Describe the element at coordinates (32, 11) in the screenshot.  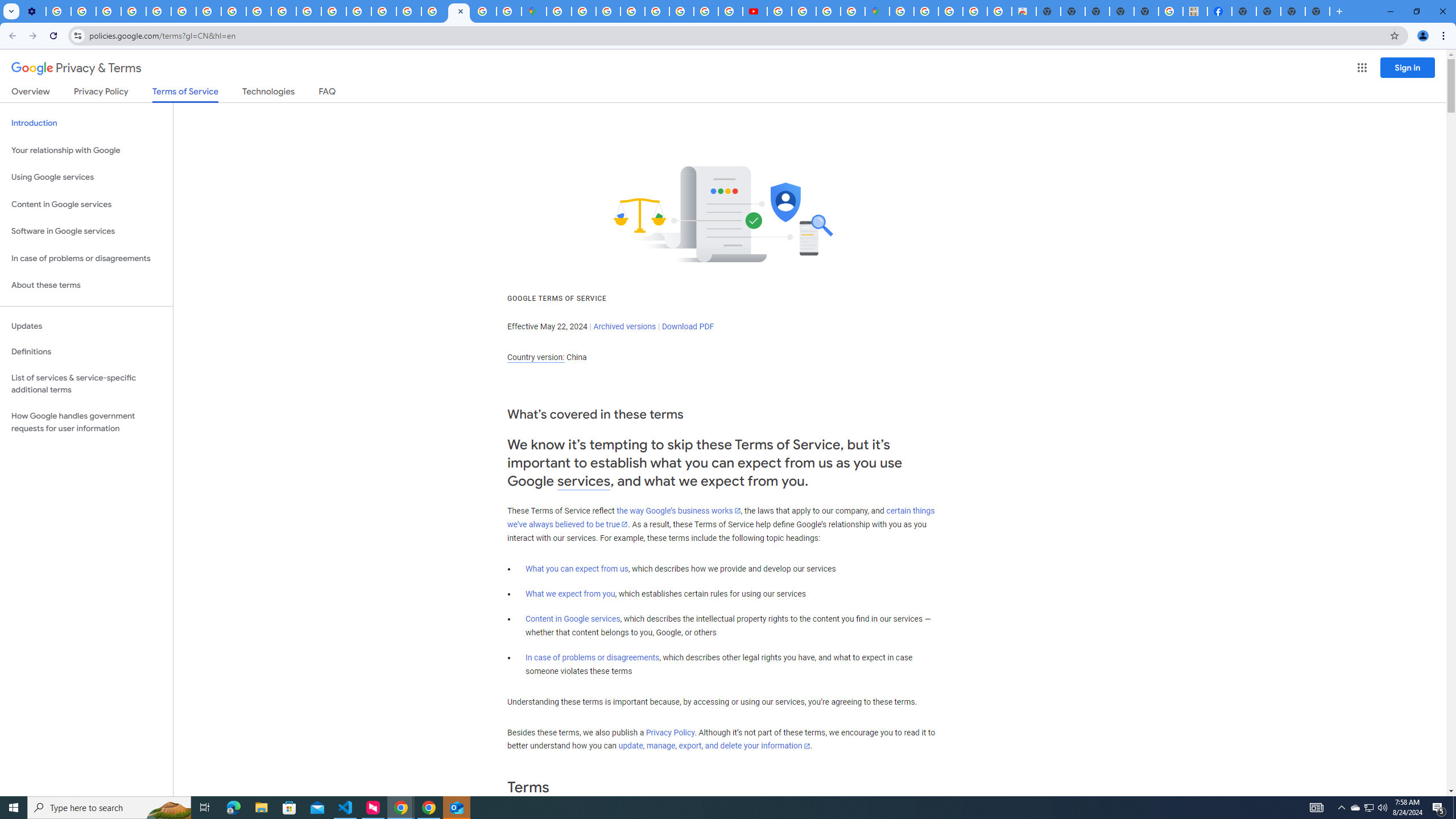
I see `'Settings - Customize profile'` at that location.